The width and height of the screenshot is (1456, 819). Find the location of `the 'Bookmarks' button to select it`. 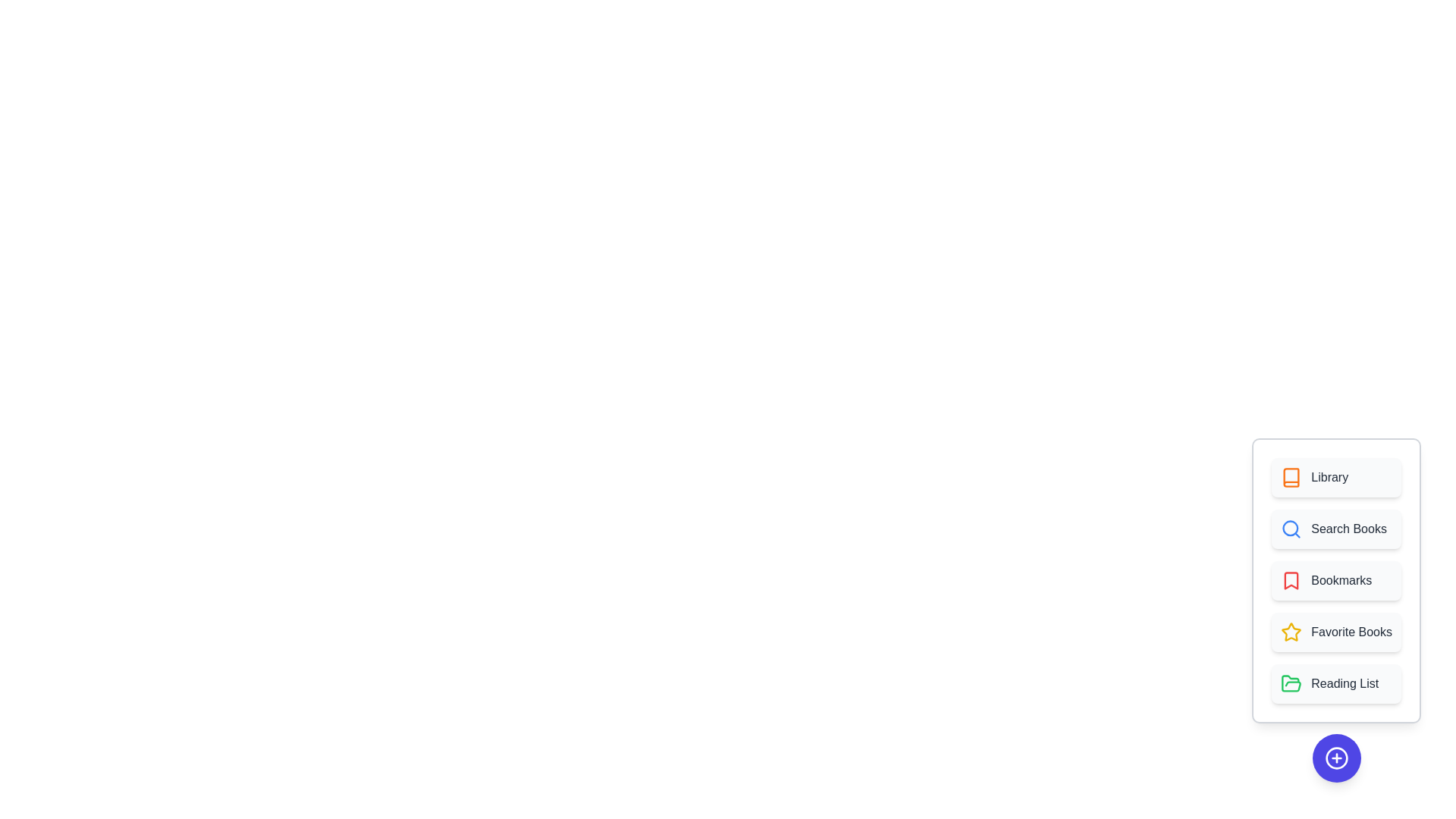

the 'Bookmarks' button to select it is located at coordinates (1336, 580).